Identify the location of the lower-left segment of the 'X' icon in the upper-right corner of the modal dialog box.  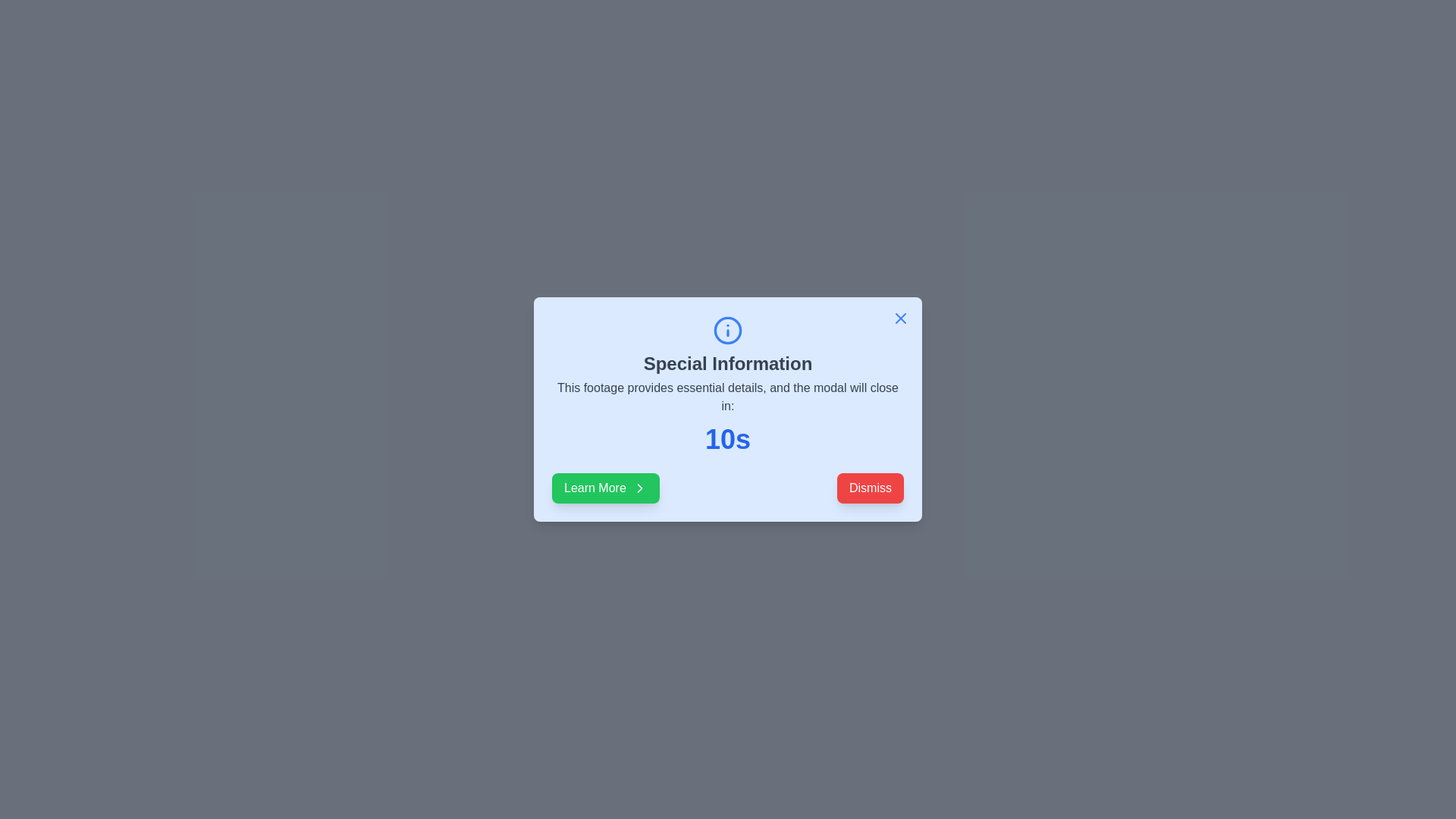
(901, 318).